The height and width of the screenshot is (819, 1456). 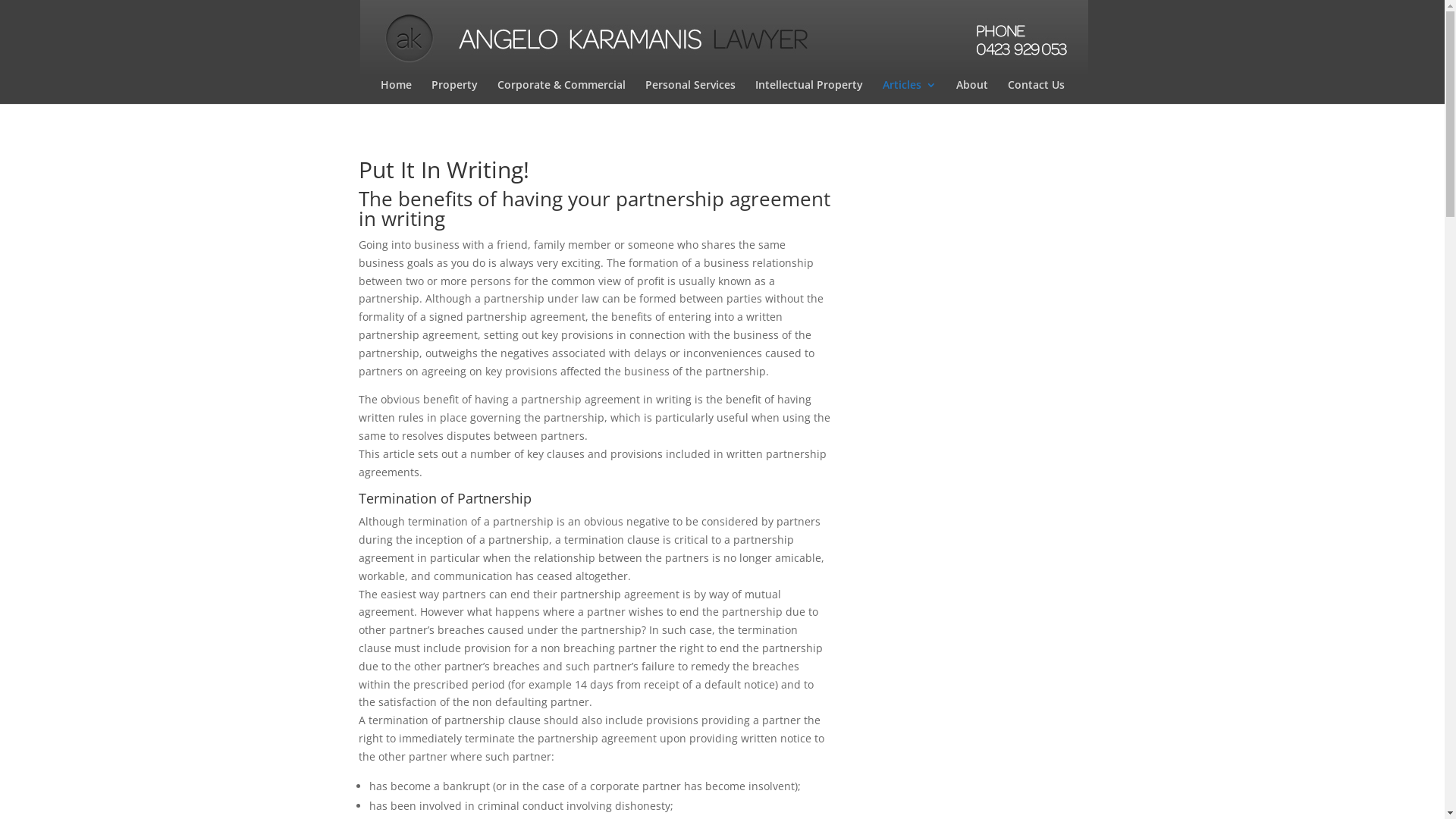 I want to click on 'Personal Services', so click(x=689, y=91).